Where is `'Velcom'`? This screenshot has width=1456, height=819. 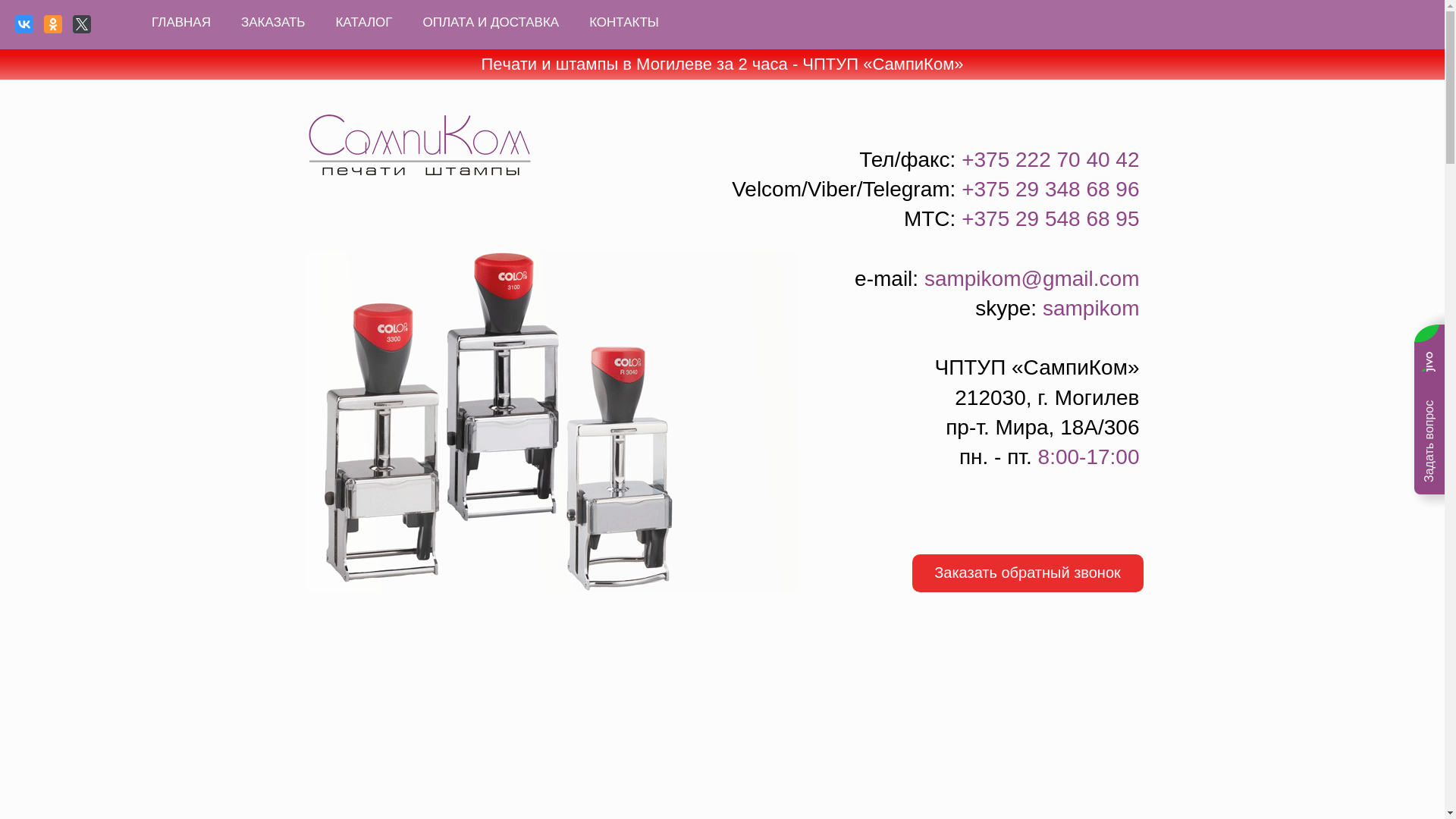 'Velcom' is located at coordinates (767, 188).